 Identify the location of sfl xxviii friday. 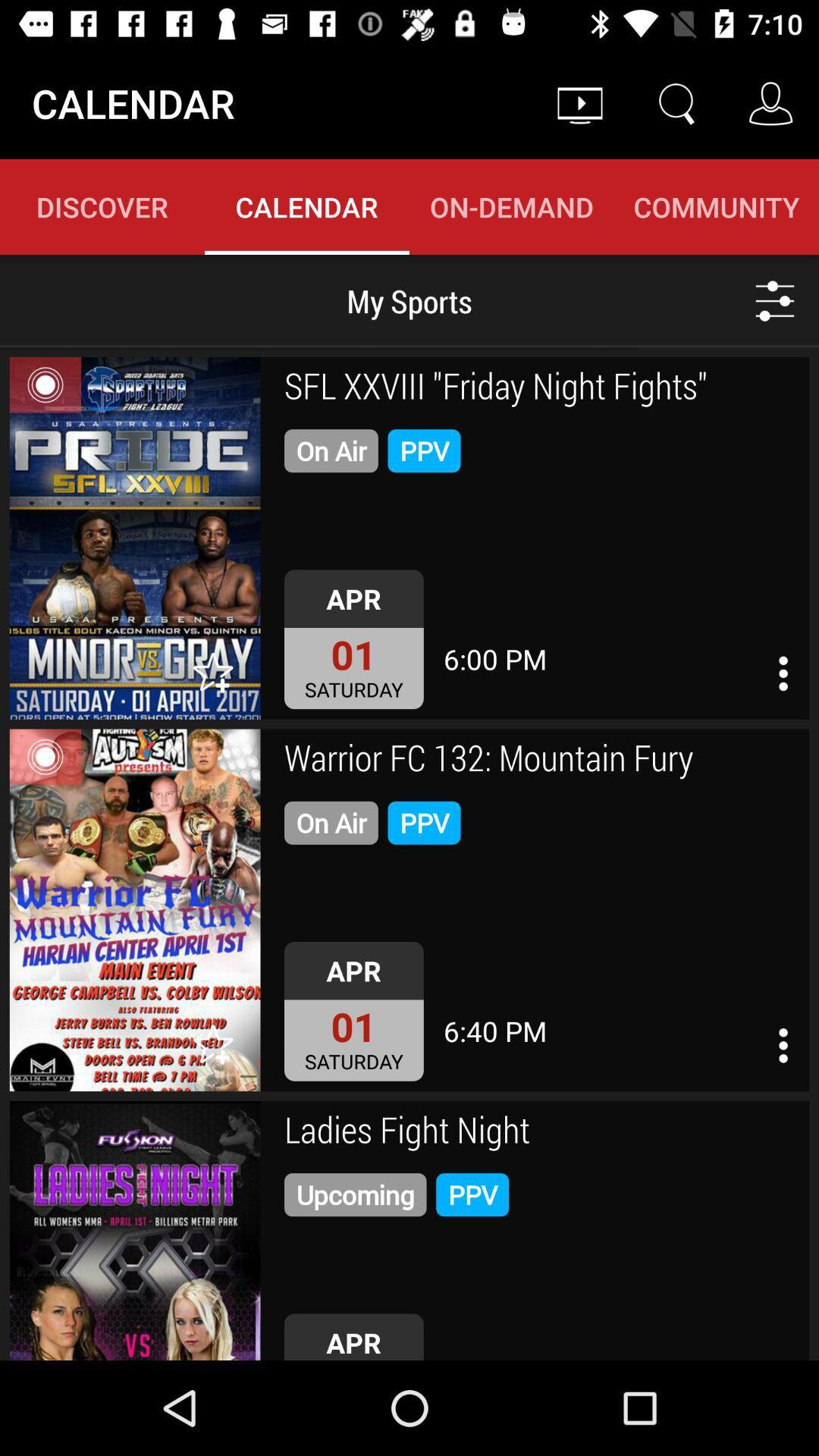
(541, 388).